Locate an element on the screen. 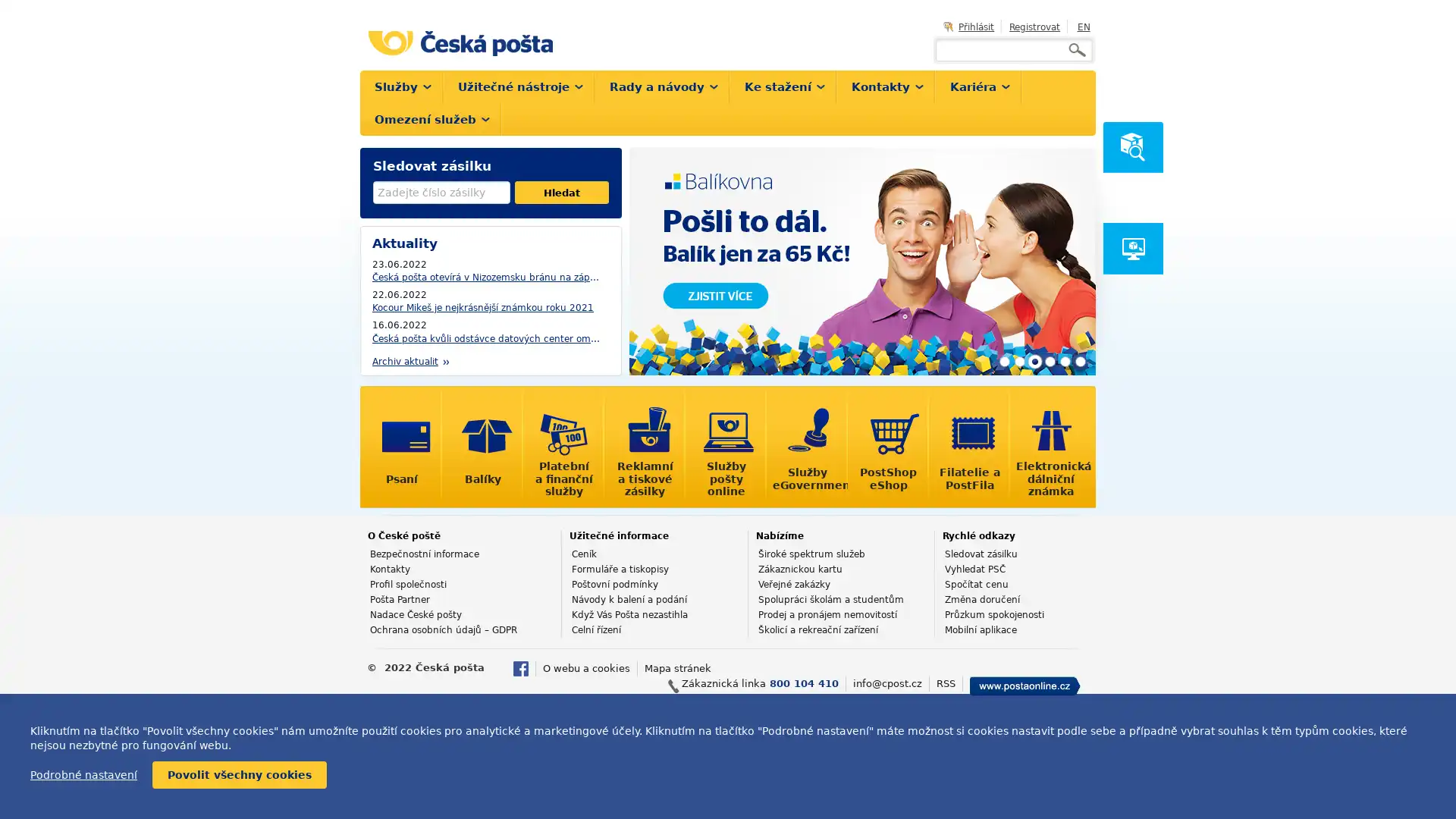  Povolit vsechny cookies is located at coordinates (239, 775).